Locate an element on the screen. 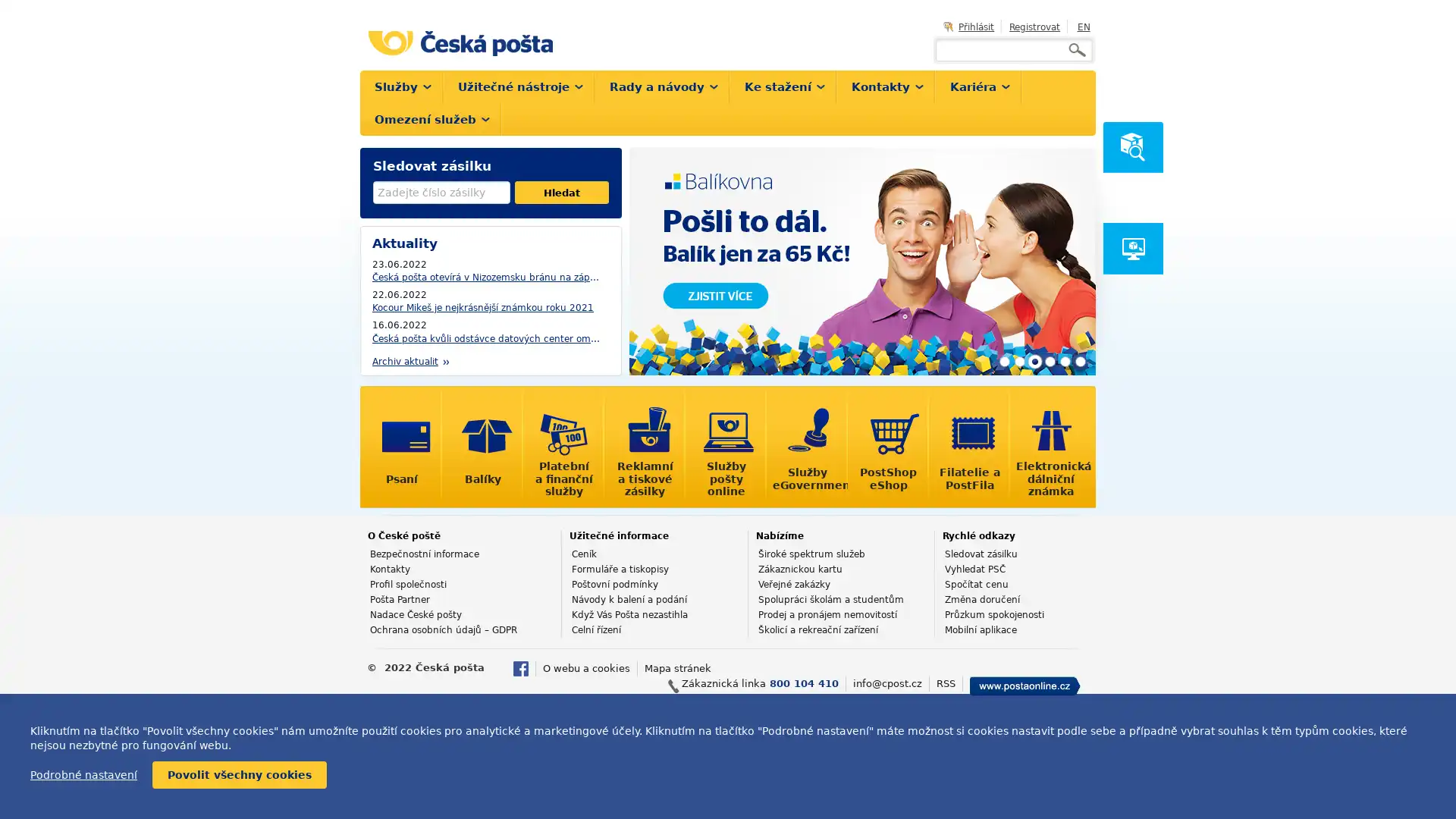  Povolit vsechny cookies is located at coordinates (239, 775).